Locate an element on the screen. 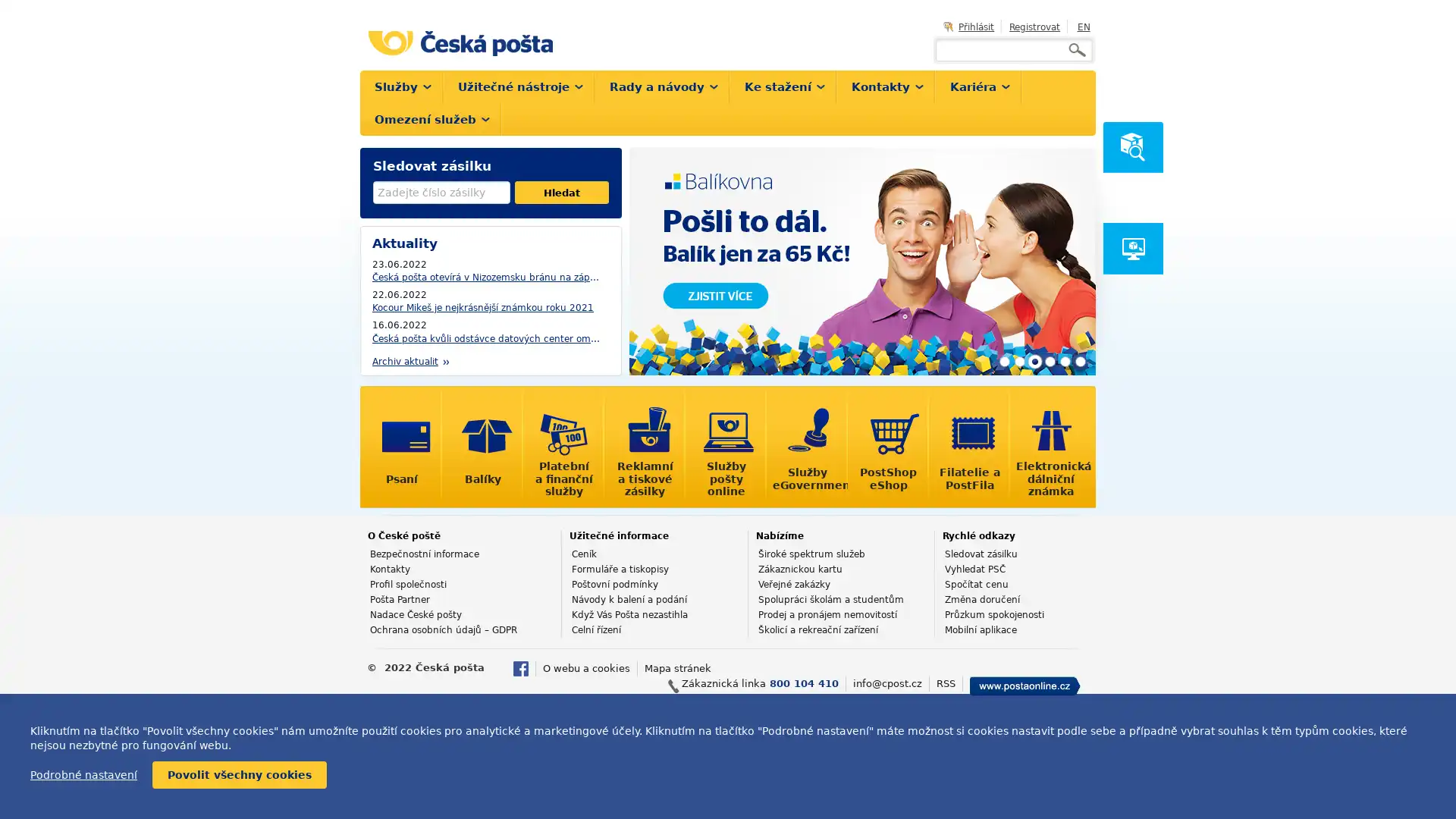  Povolit vsechny cookies is located at coordinates (239, 775).